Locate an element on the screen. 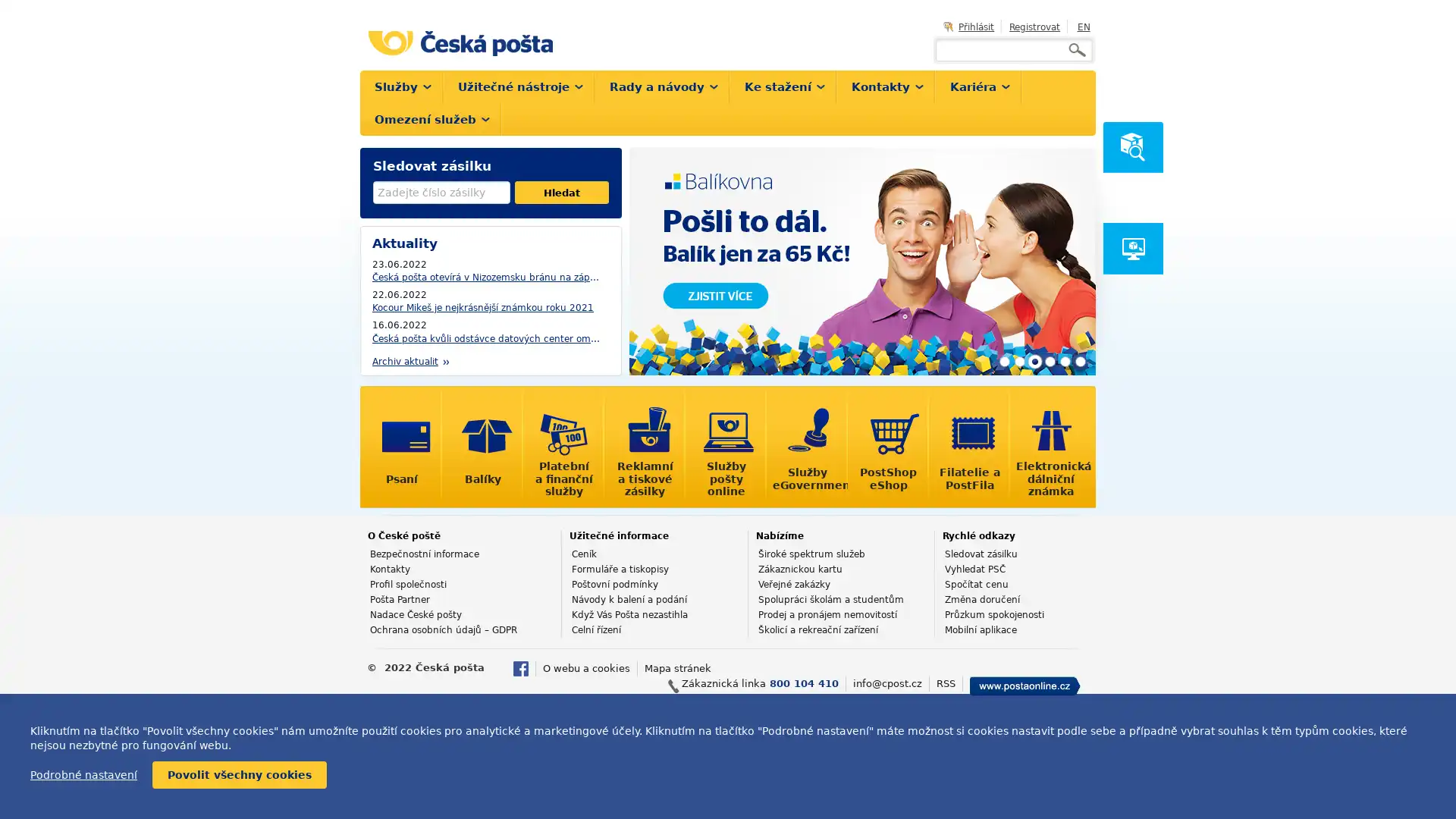  Povolit vsechny cookies is located at coordinates (239, 775).